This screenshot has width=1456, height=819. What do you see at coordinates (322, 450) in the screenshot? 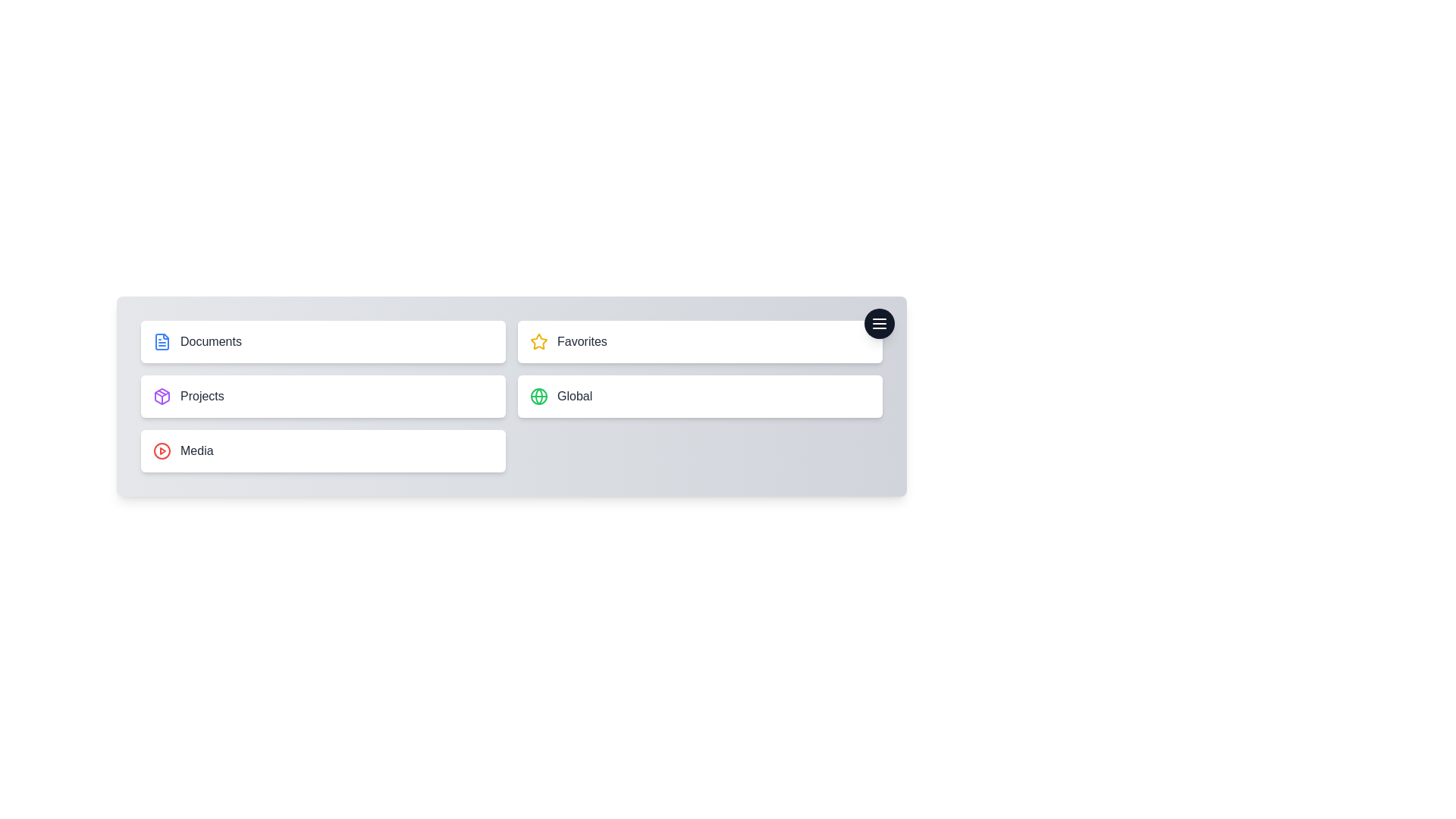
I see `the menu item labeled Media` at bounding box center [322, 450].